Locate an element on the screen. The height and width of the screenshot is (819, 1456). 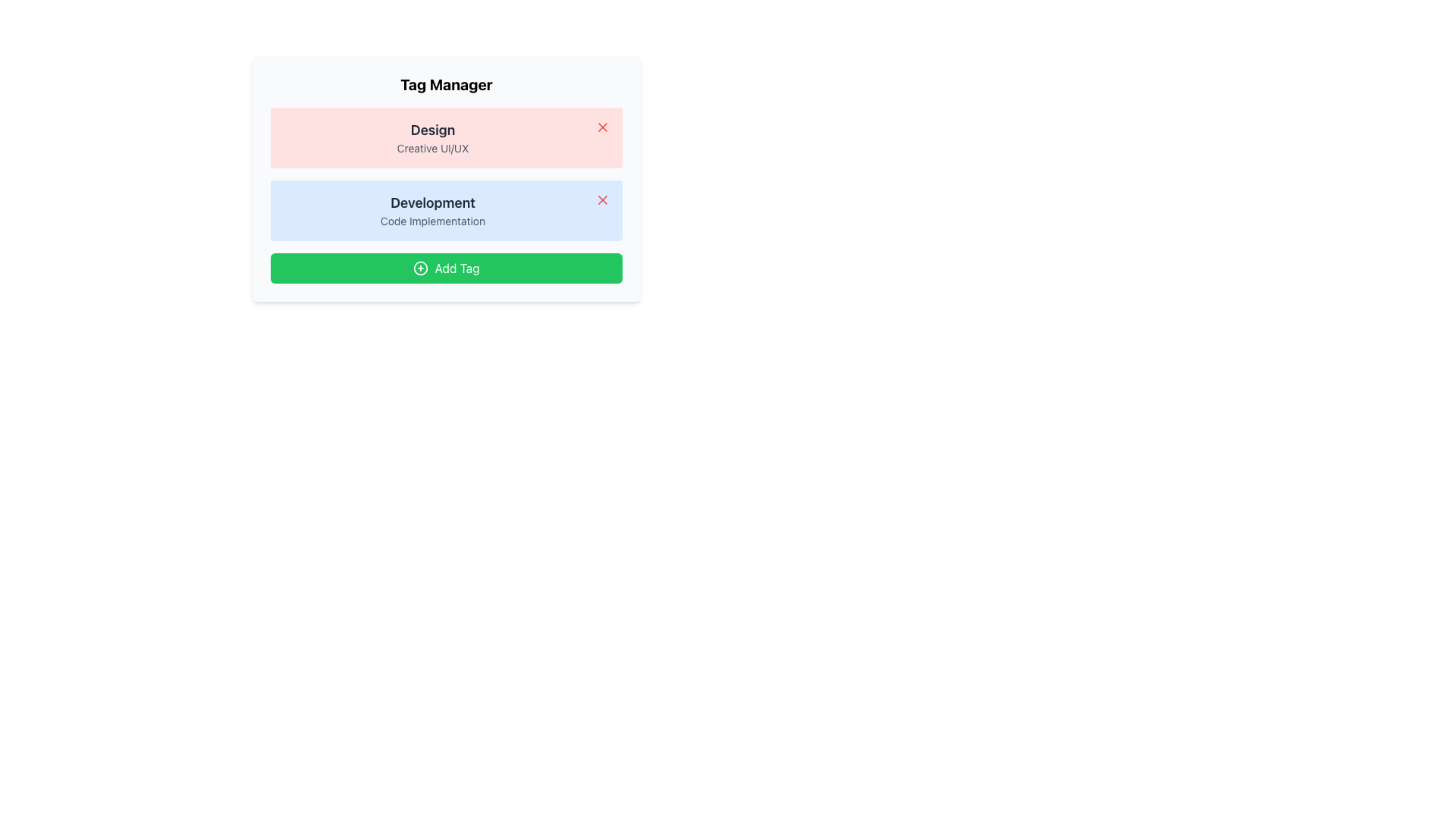
text element styled as 'Design' with a large and bold font at the top-center of the display area is located at coordinates (432, 130).